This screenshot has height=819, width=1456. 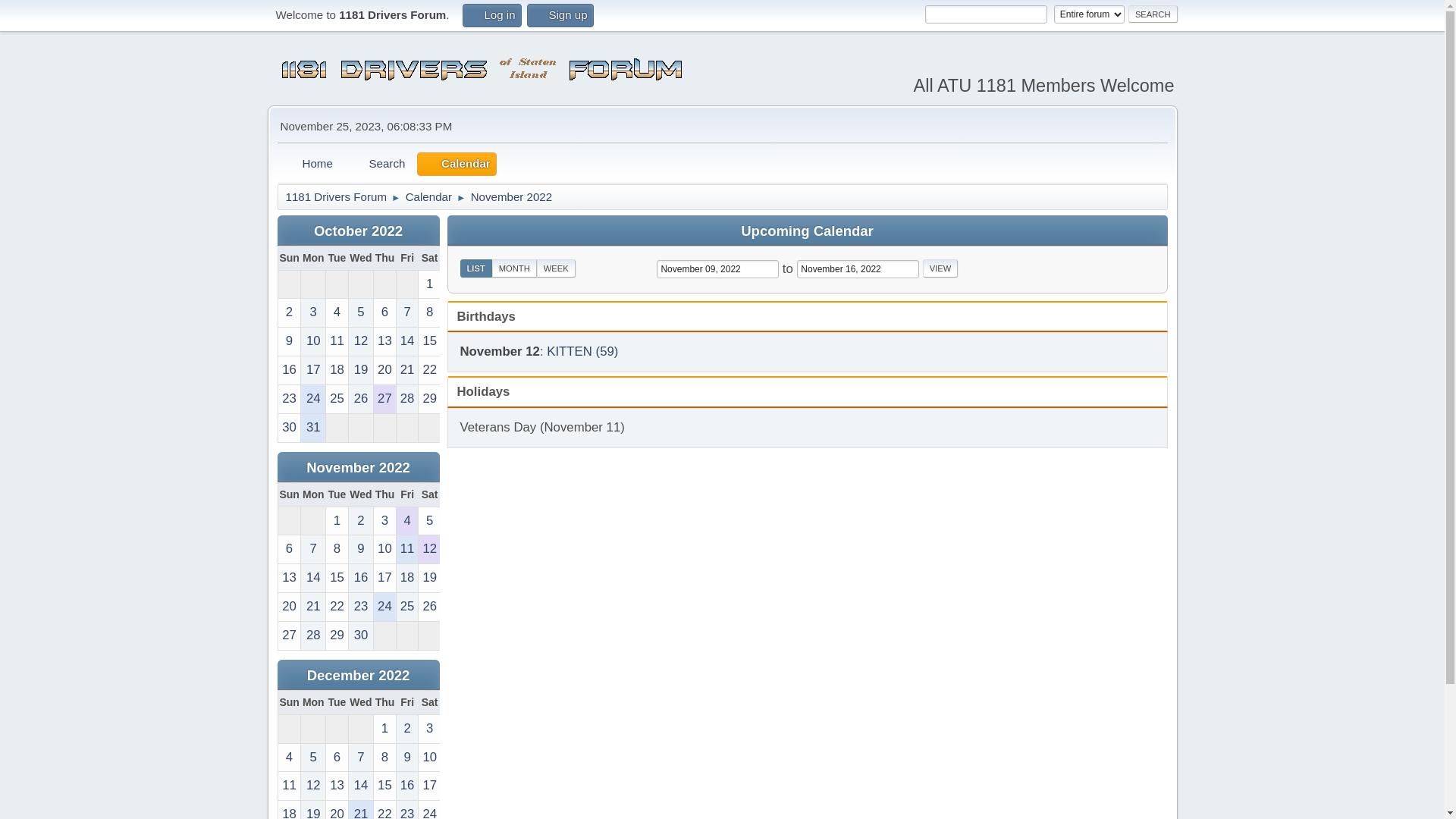 I want to click on '15', so click(x=336, y=578).